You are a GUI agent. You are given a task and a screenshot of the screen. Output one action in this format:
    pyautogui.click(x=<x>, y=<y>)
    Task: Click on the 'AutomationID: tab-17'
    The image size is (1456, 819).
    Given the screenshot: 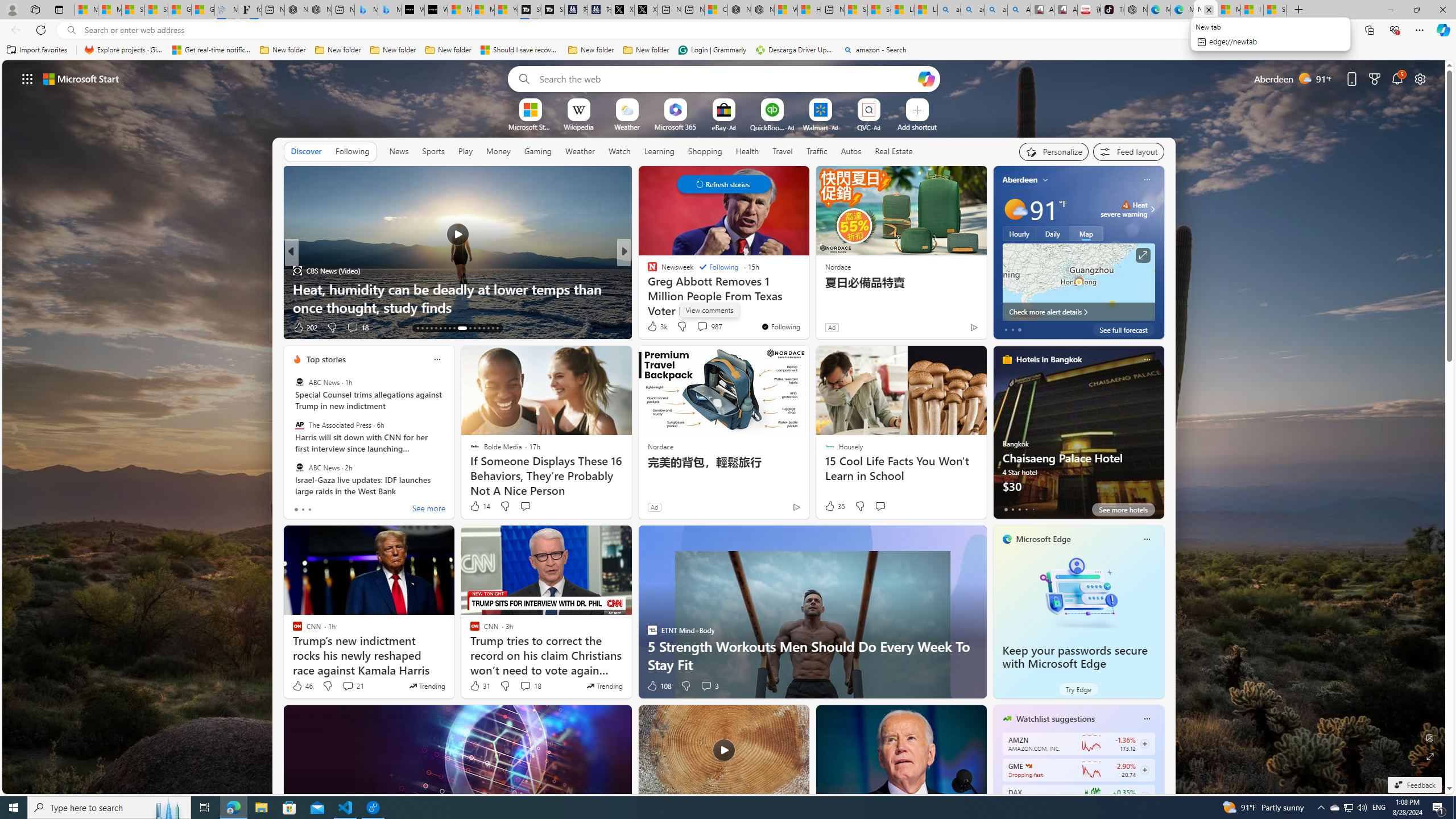 What is the action you would take?
    pyautogui.click(x=436, y=328)
    